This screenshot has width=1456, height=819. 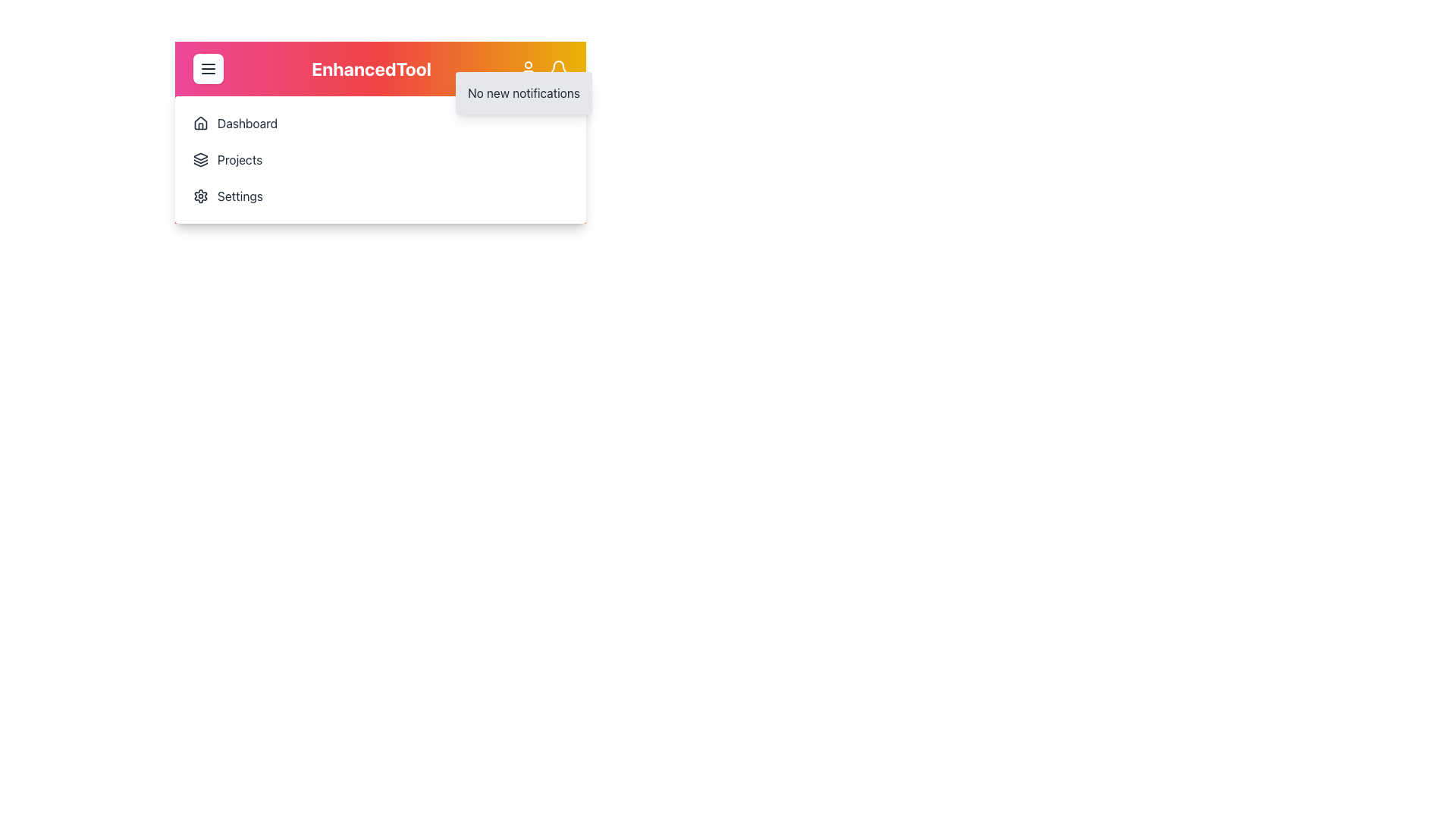 What do you see at coordinates (199, 122) in the screenshot?
I see `the first icon in the vertical list that represents the 'Dashboard' section` at bounding box center [199, 122].